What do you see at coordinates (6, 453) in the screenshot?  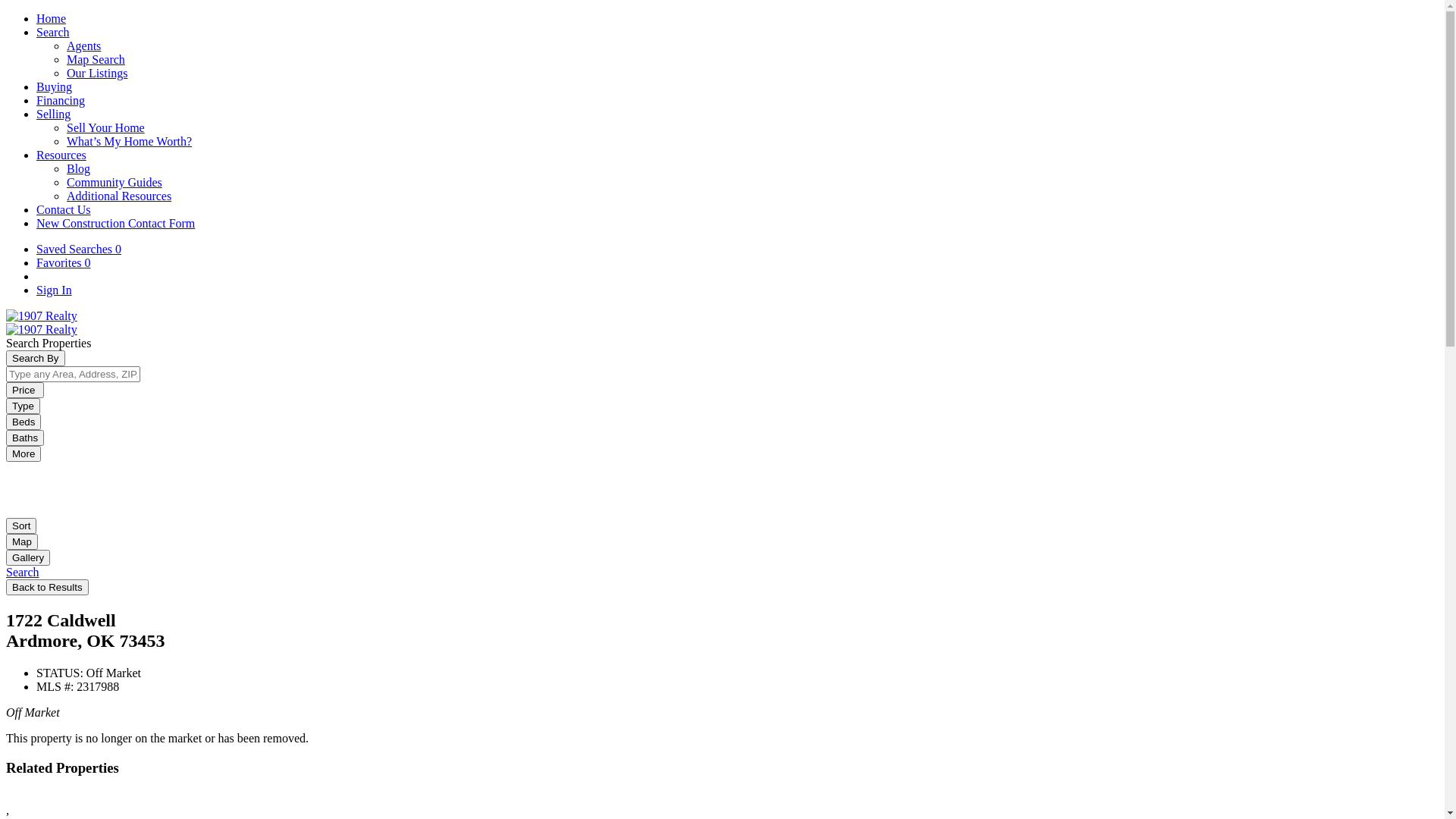 I see `'More'` at bounding box center [6, 453].